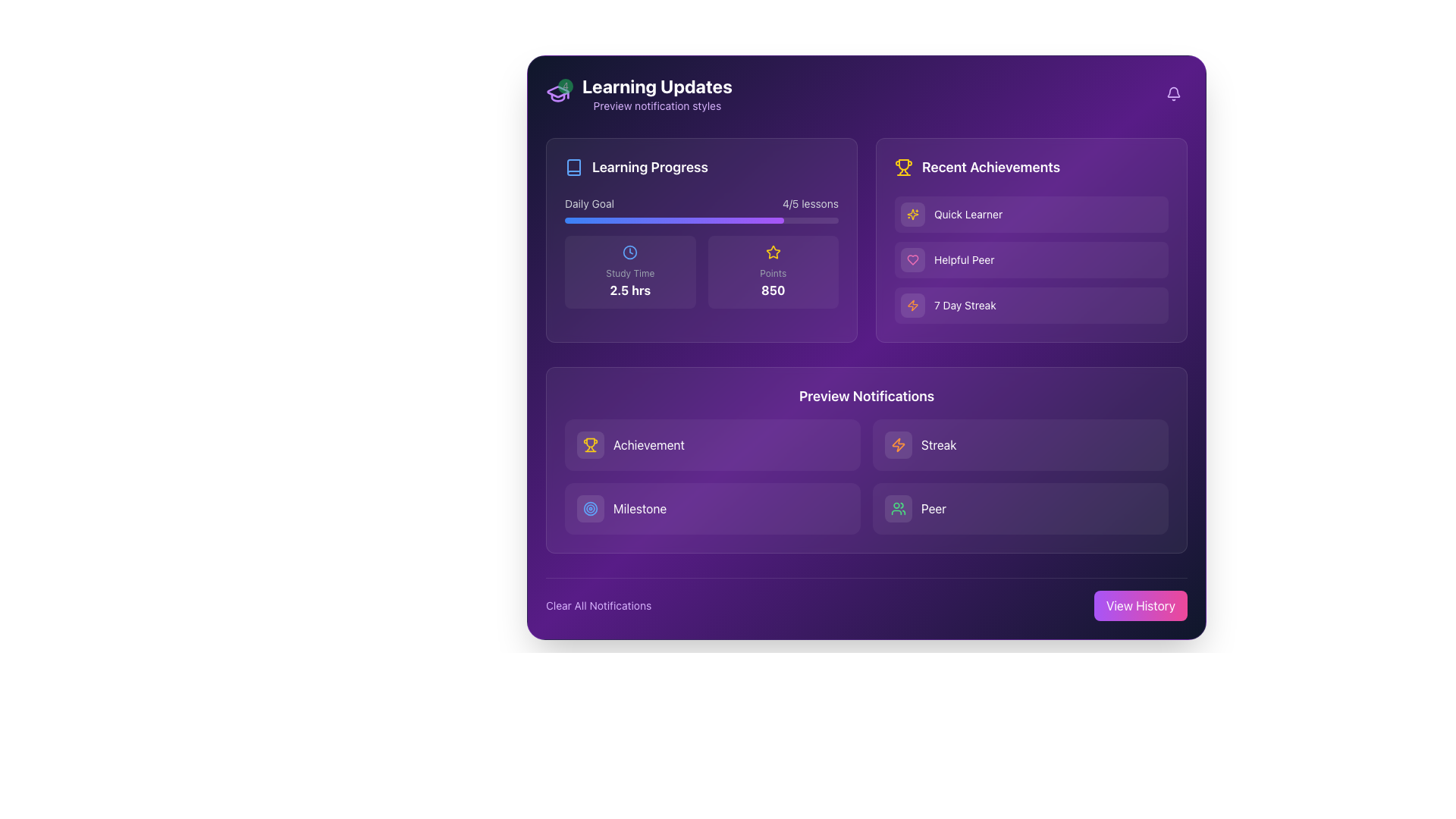  I want to click on the progress bar that visually represents progress towards a daily goal, located under the labels 'Daily Goal' and '4/5 lessons', so click(701, 220).